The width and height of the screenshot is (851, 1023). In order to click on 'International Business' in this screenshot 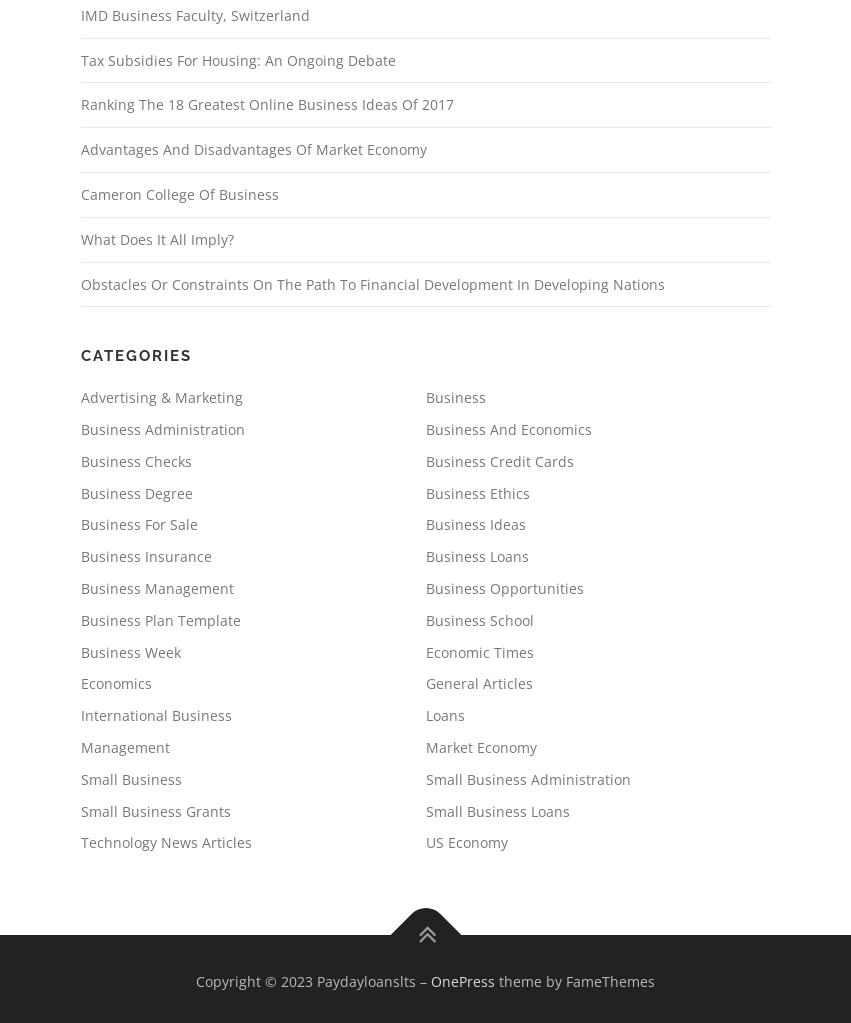, I will do `click(154, 715)`.